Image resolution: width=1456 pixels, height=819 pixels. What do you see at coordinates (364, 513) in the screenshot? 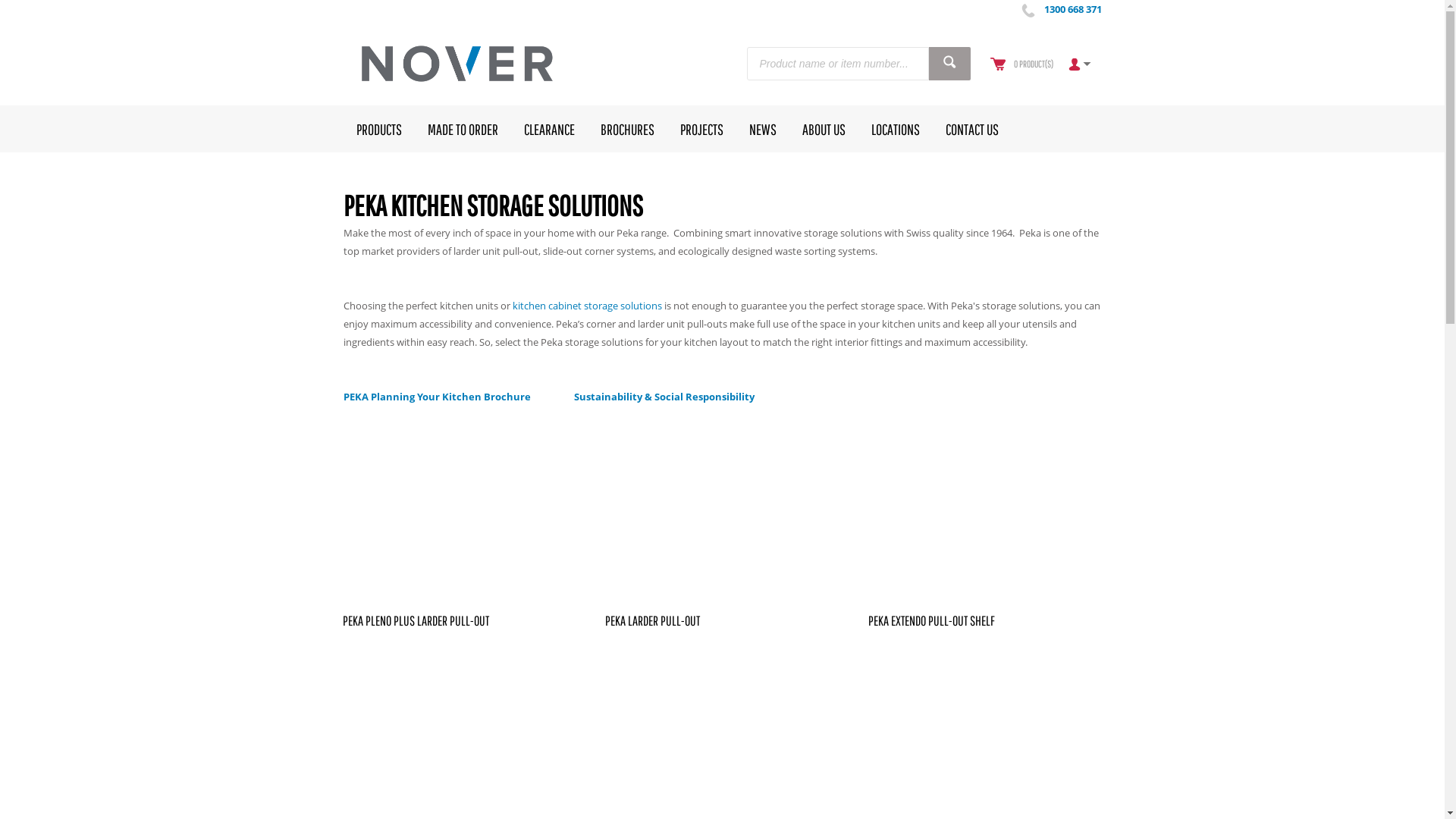
I see `'Peka Pleno Plus Larder Pull-Out'` at bounding box center [364, 513].